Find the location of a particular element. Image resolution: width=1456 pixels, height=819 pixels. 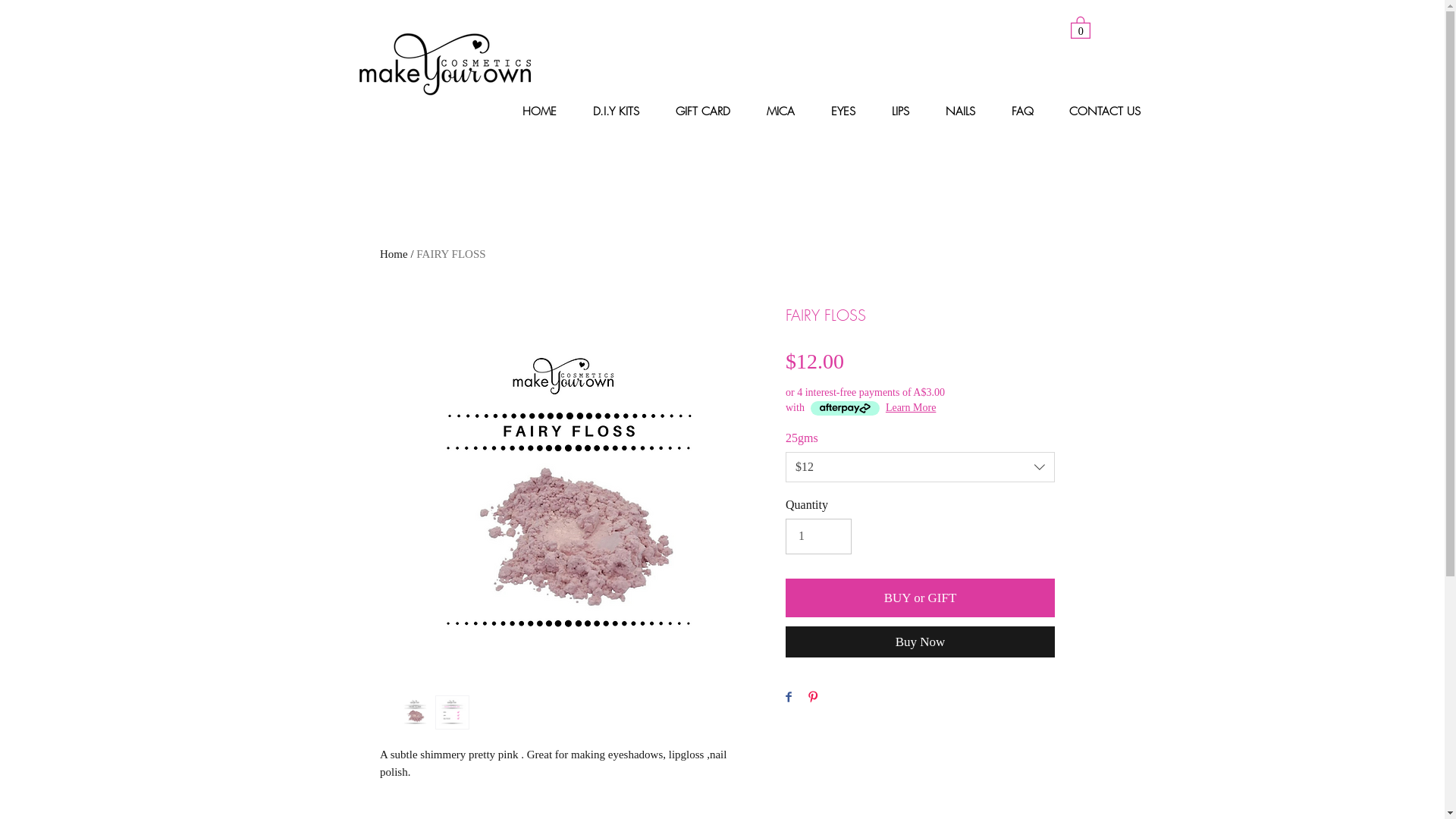

'NAILS' is located at coordinates (966, 111).